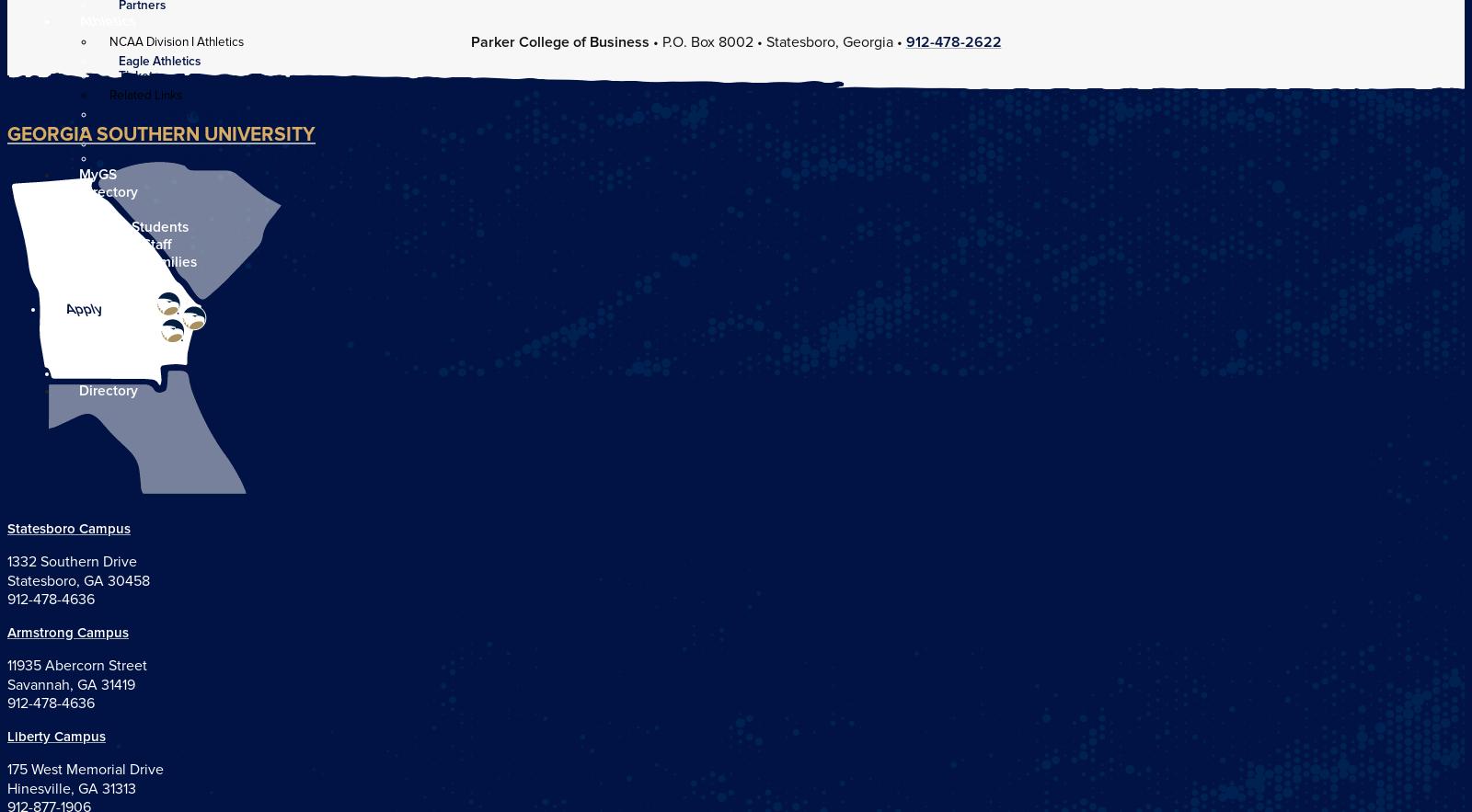 This screenshot has width=1472, height=812. Describe the element at coordinates (37, 683) in the screenshot. I see `'Savannah'` at that location.